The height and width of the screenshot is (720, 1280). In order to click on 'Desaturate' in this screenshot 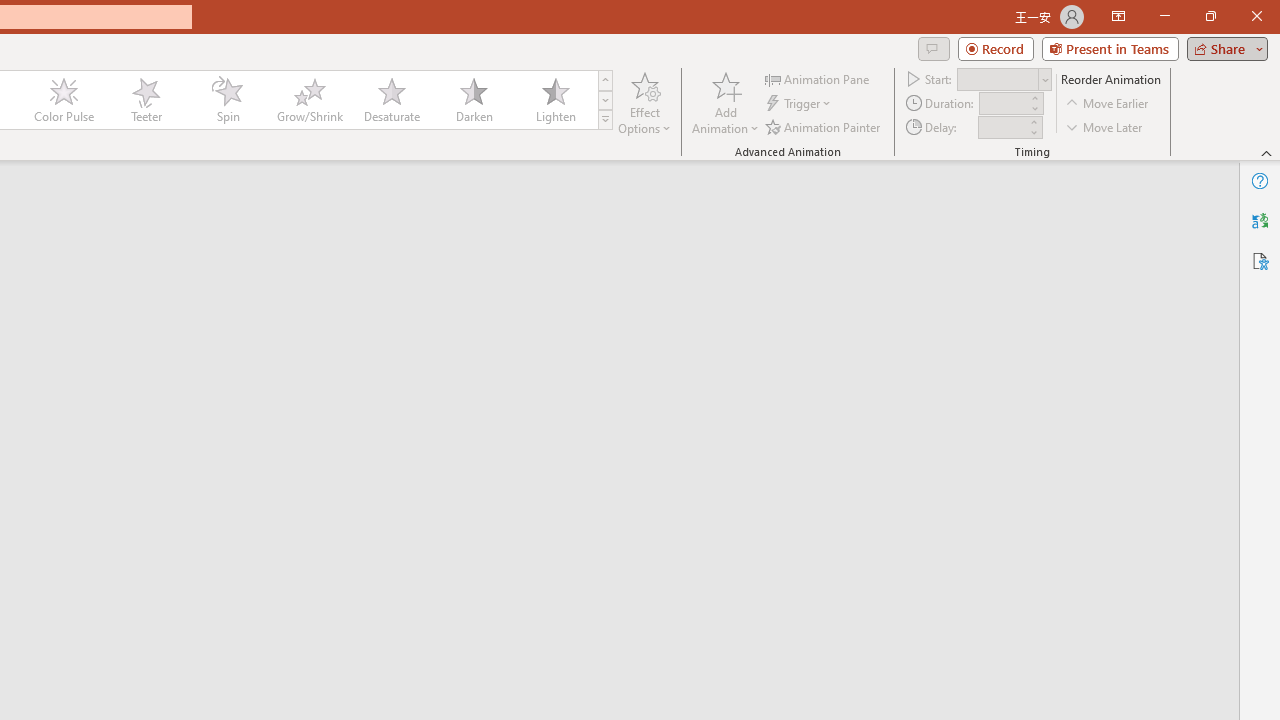, I will do `click(391, 100)`.